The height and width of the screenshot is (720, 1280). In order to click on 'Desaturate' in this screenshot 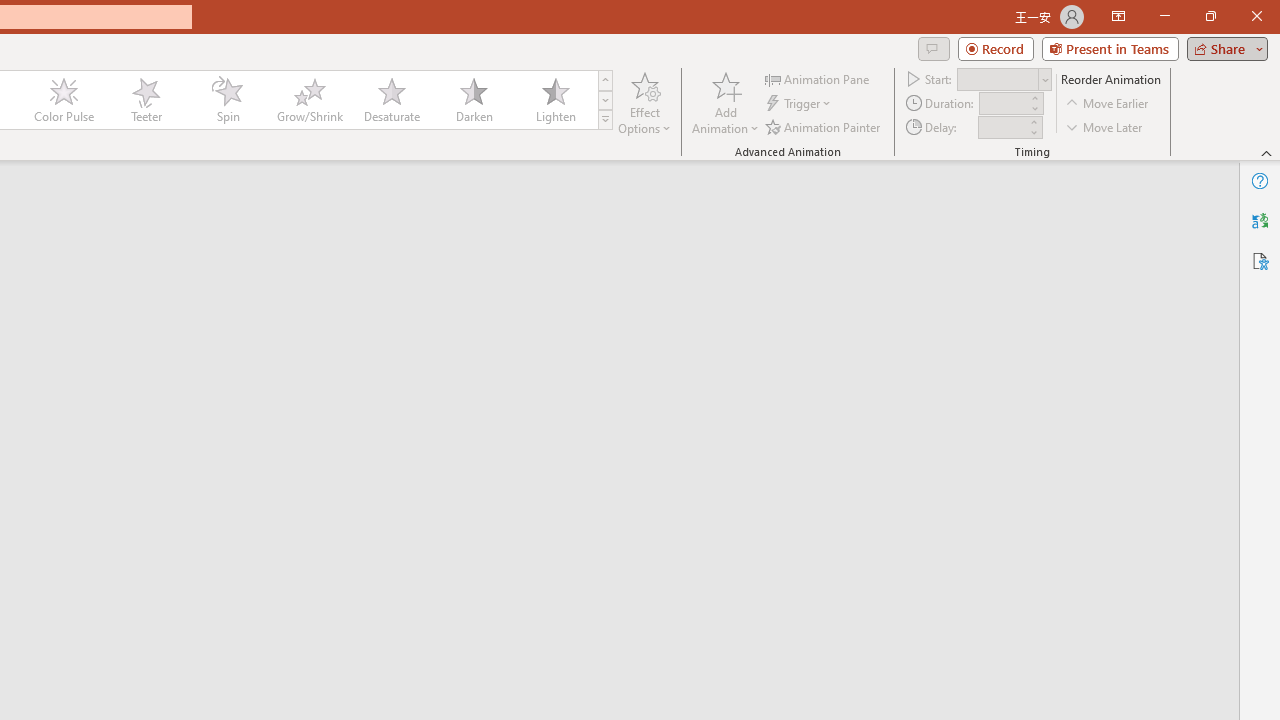, I will do `click(391, 100)`.